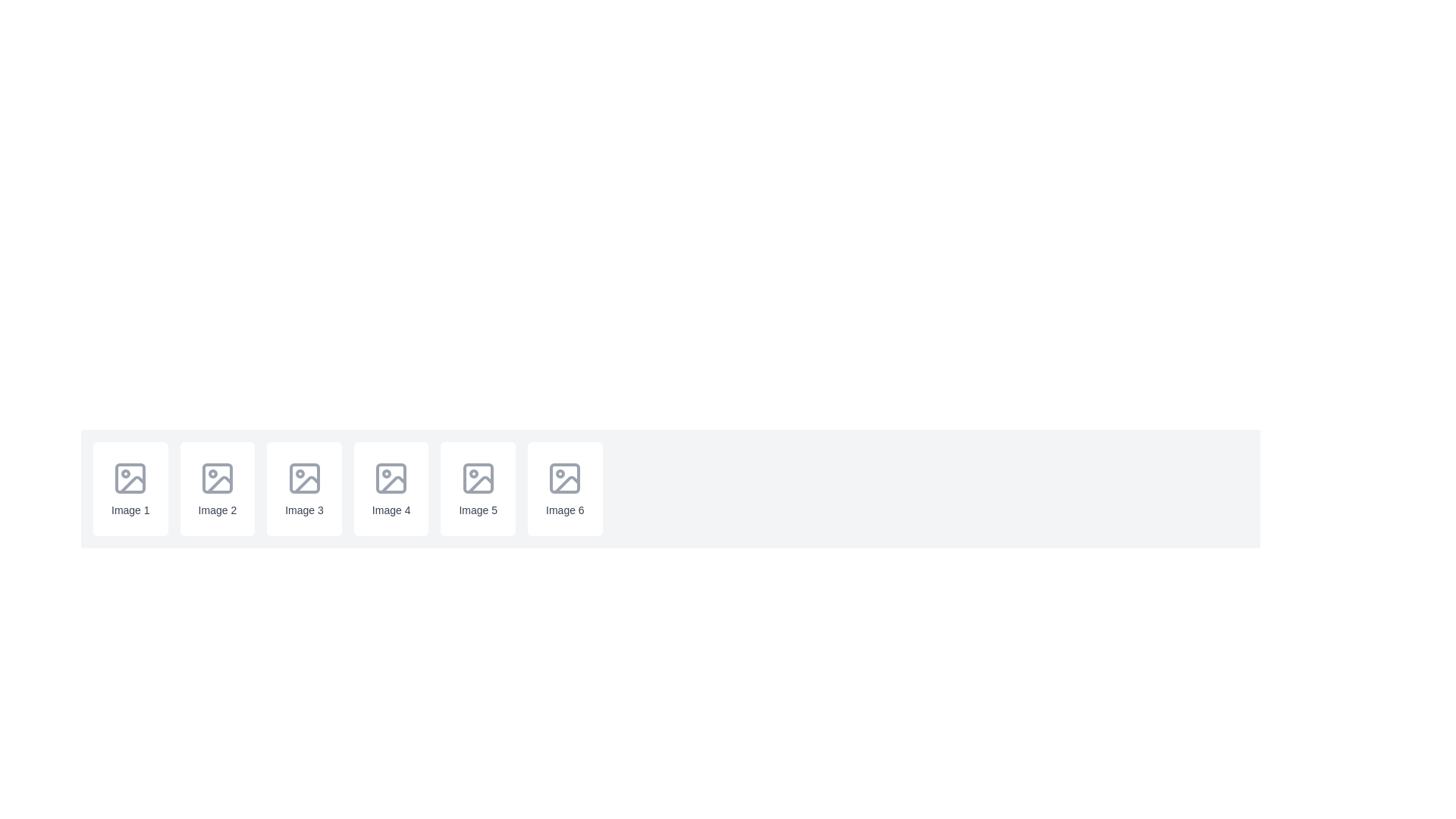 The image size is (1456, 819). Describe the element at coordinates (391, 510) in the screenshot. I see `text content of the Text label positioned below the 'Image 4' icon, which serves as a descriptive identifier for the user` at that location.